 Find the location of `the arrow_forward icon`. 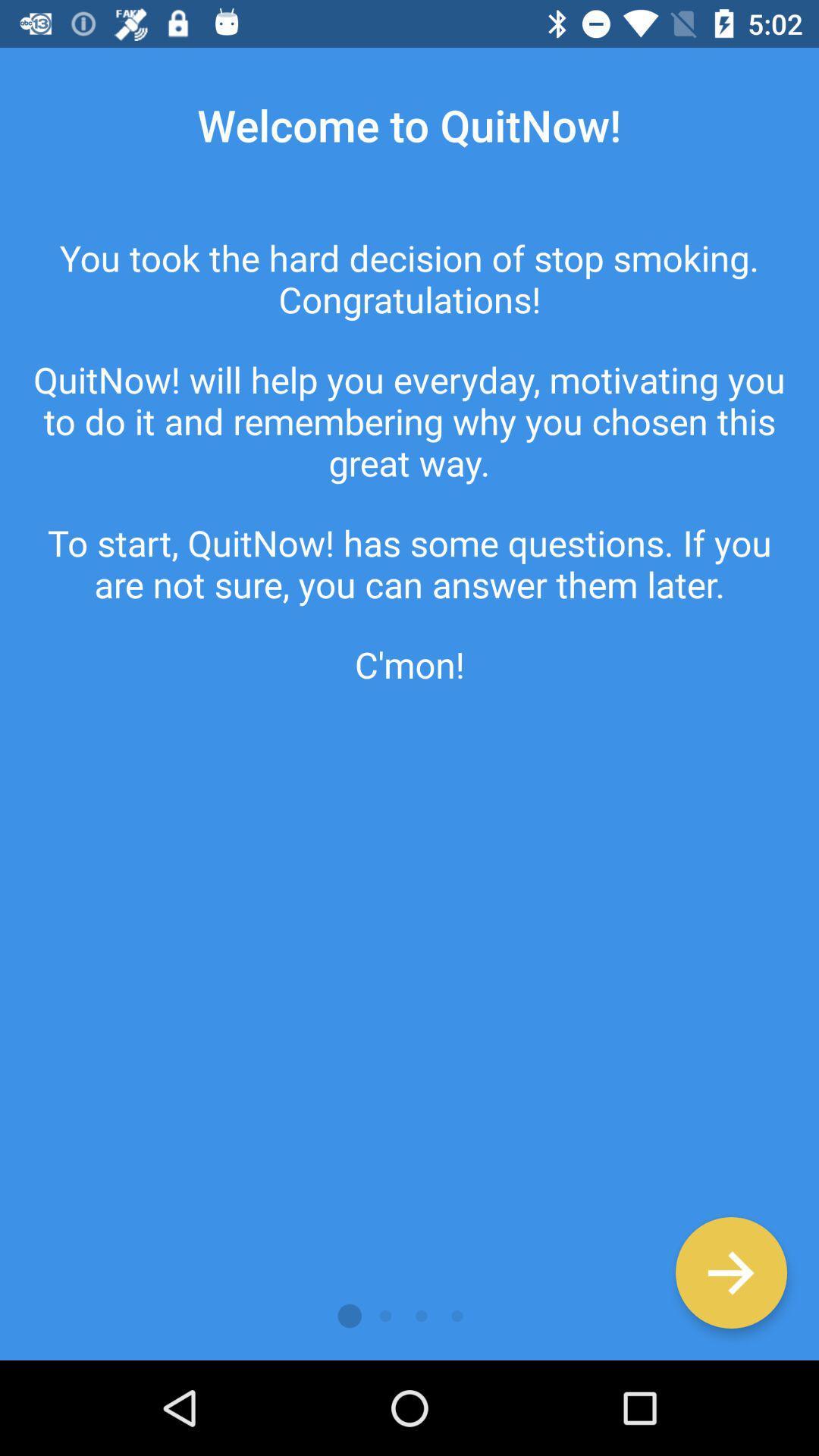

the arrow_forward icon is located at coordinates (730, 1272).